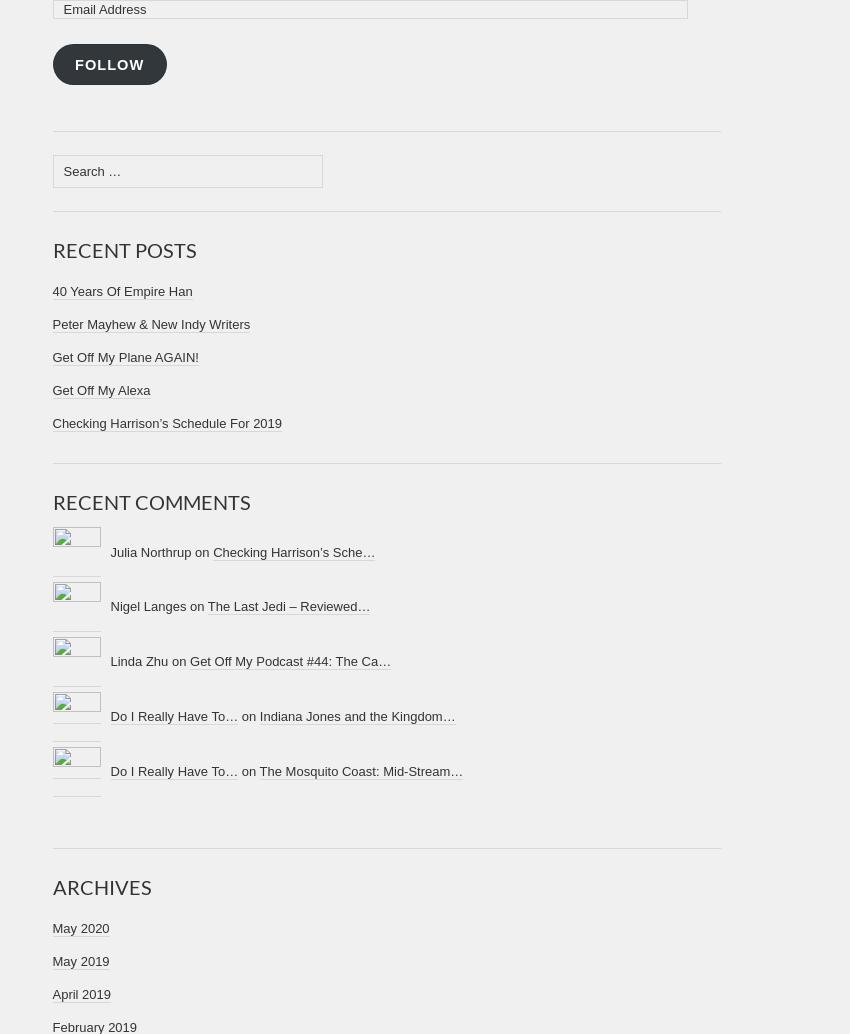 The height and width of the screenshot is (1034, 850). Describe the element at coordinates (359, 770) in the screenshot. I see `'The Mosquito Coast: Mid-Stream…'` at that location.